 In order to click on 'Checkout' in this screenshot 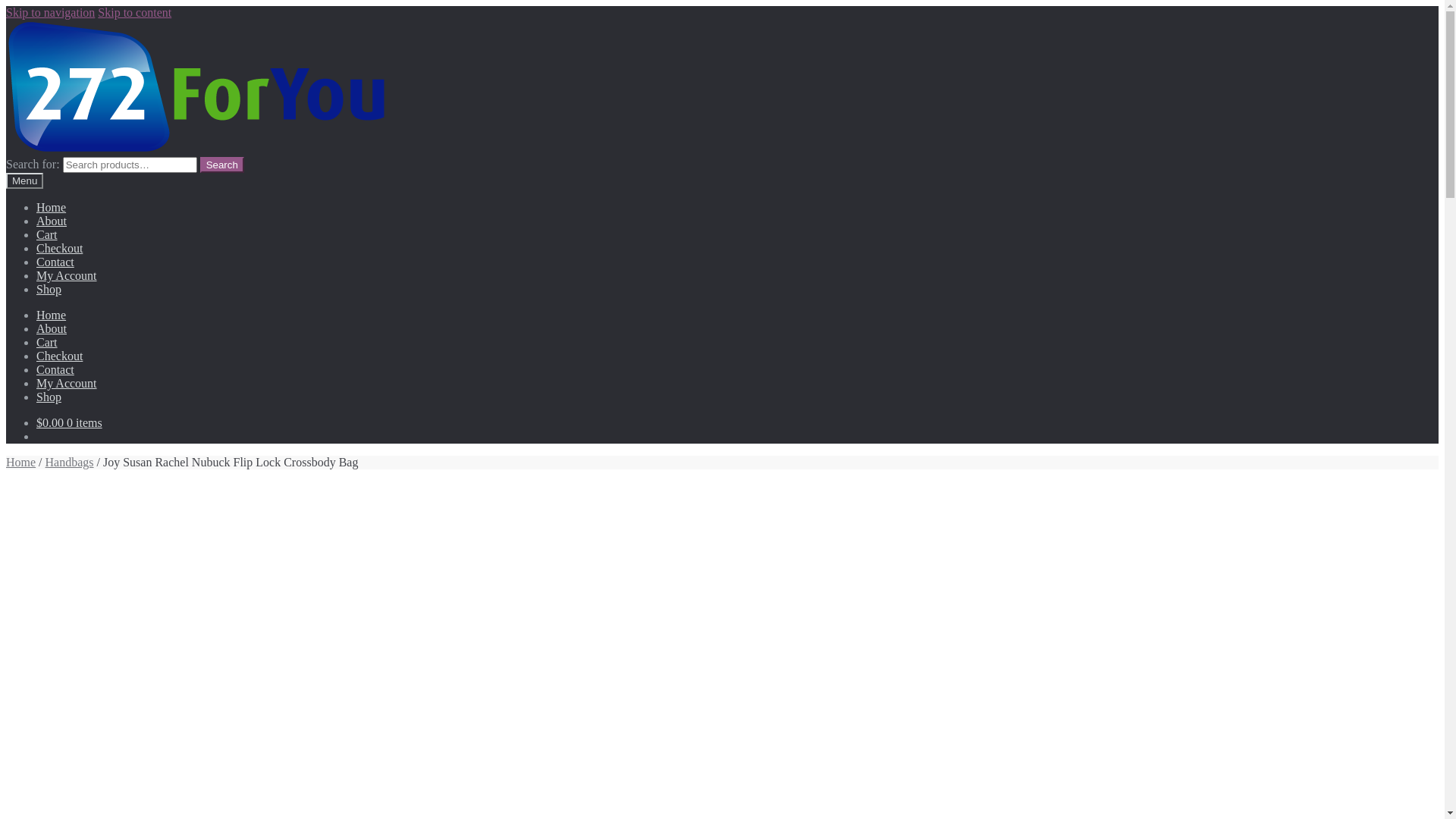, I will do `click(59, 247)`.